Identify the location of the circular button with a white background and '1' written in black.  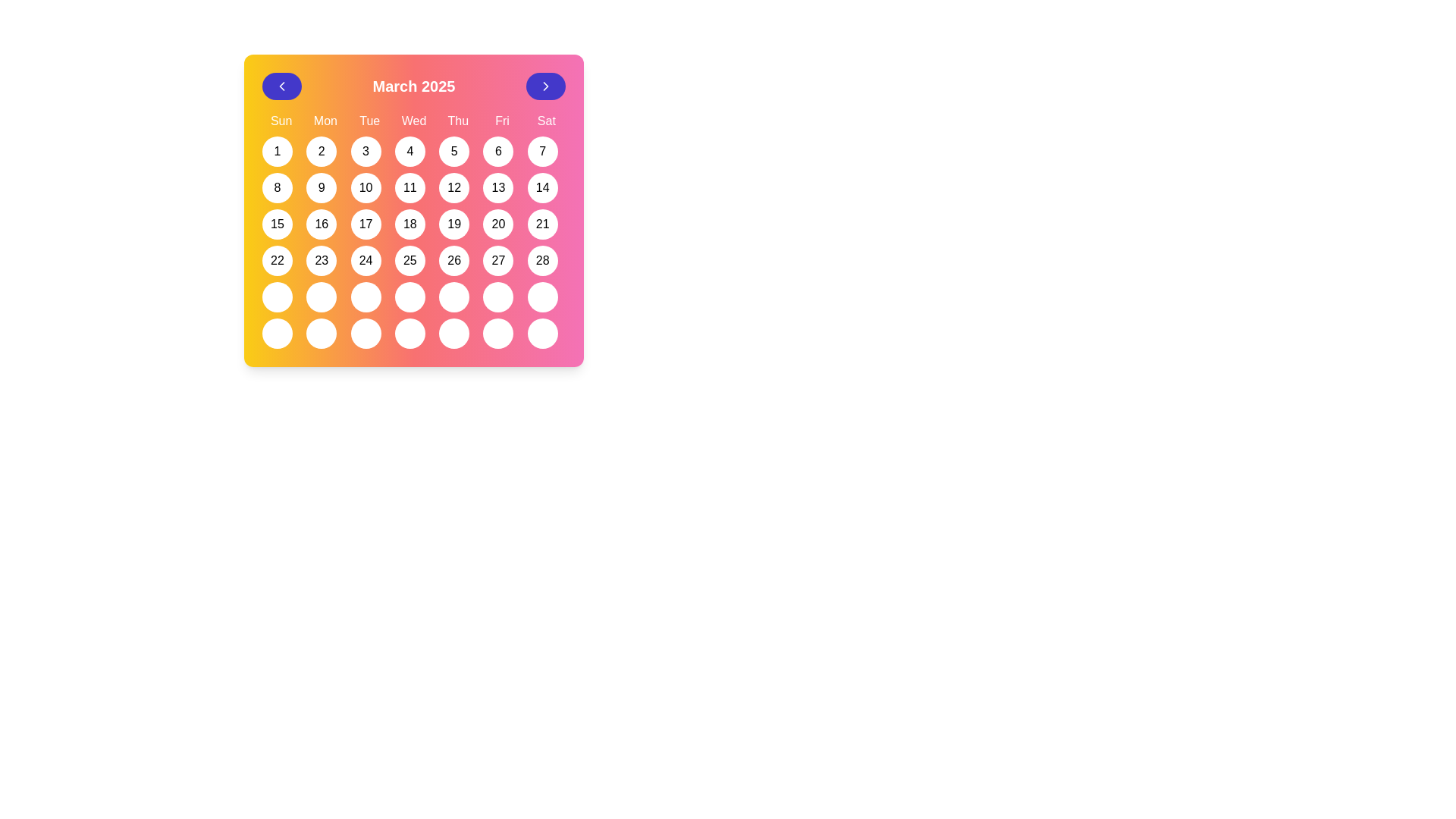
(277, 152).